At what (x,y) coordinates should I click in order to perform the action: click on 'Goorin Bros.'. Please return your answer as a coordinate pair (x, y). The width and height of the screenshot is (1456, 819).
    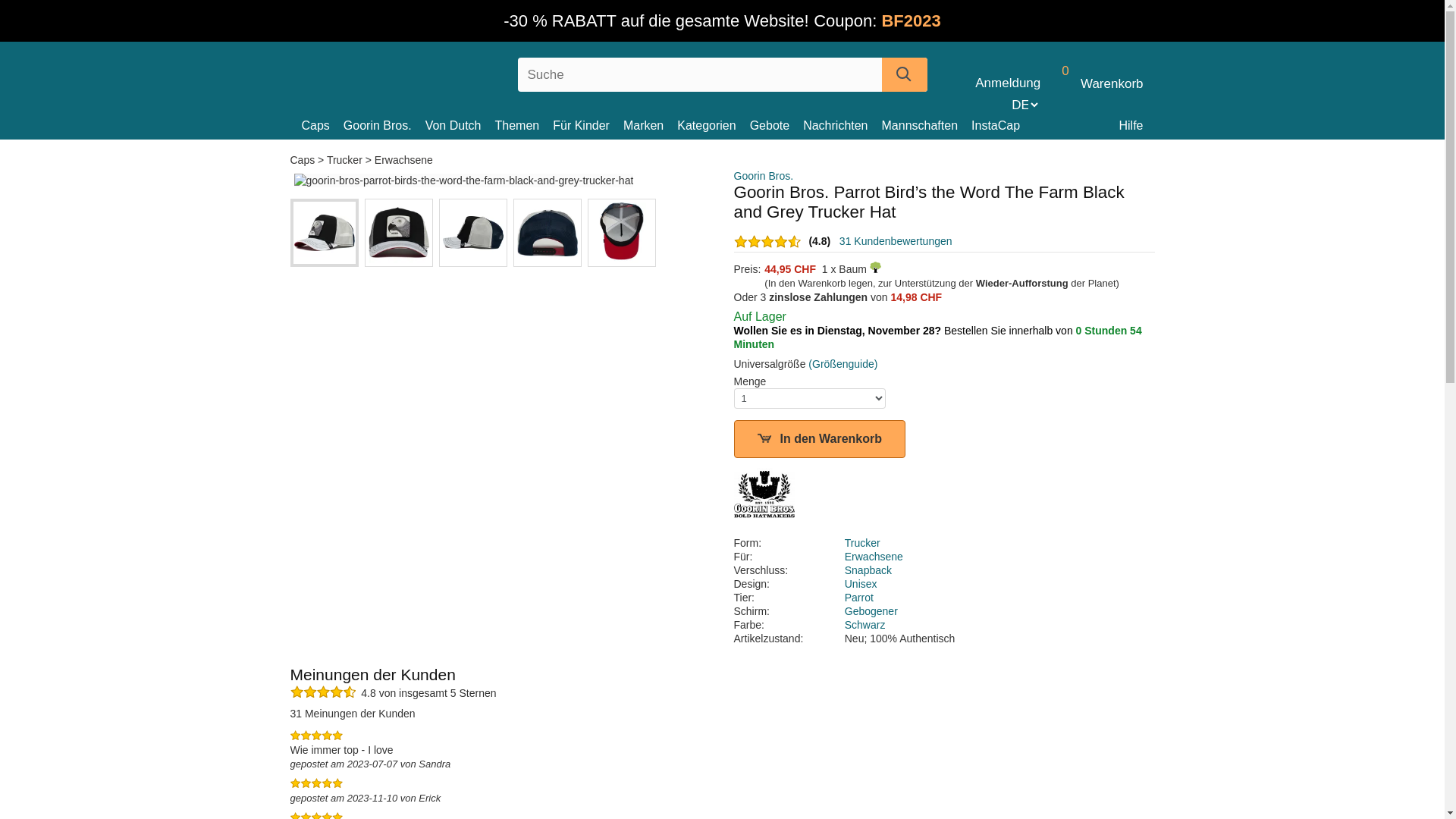
    Looking at the image, I should click on (384, 124).